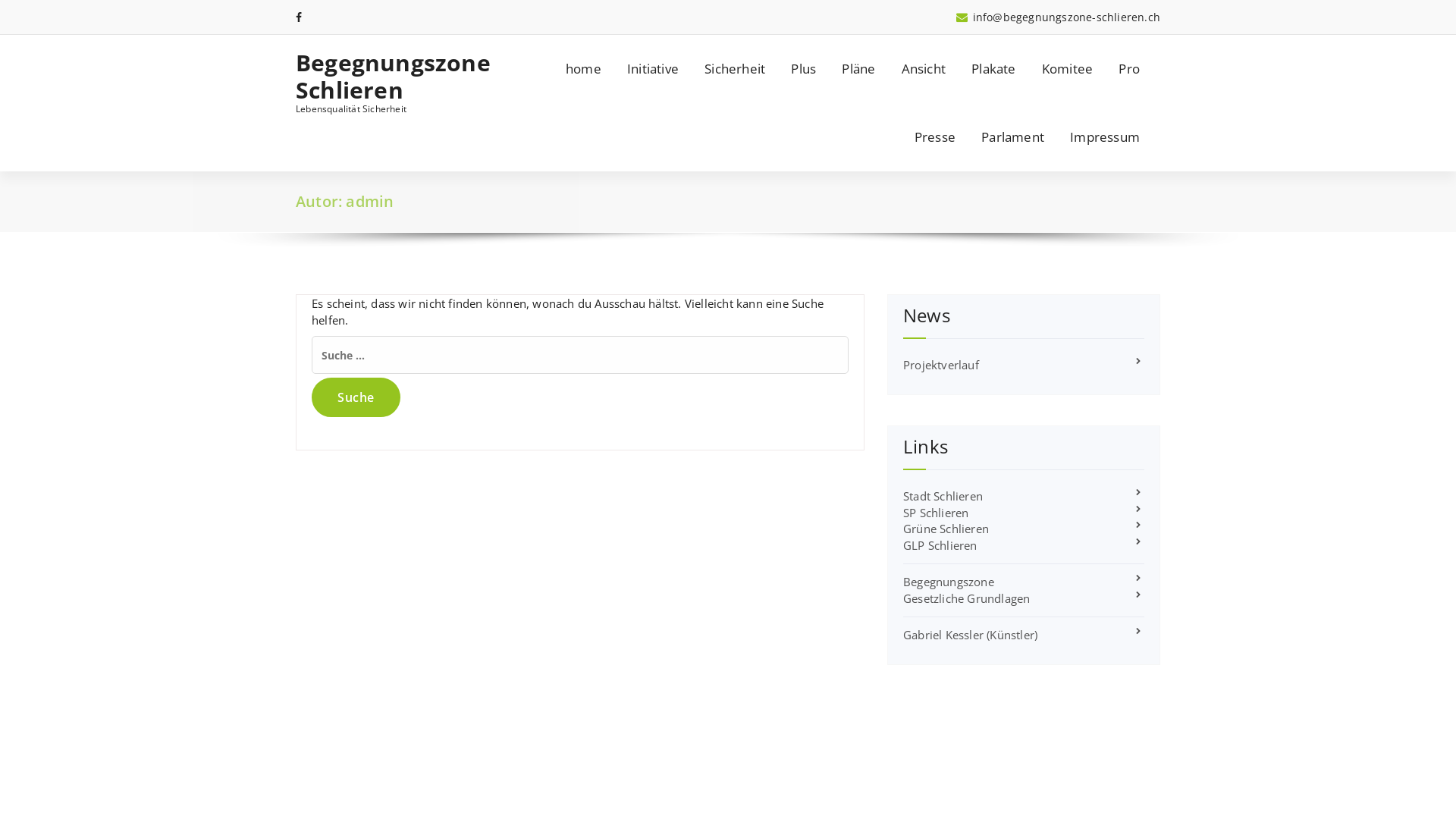 This screenshot has height=819, width=1456. Describe the element at coordinates (942, 496) in the screenshot. I see `'Stadt Schlieren'` at that location.